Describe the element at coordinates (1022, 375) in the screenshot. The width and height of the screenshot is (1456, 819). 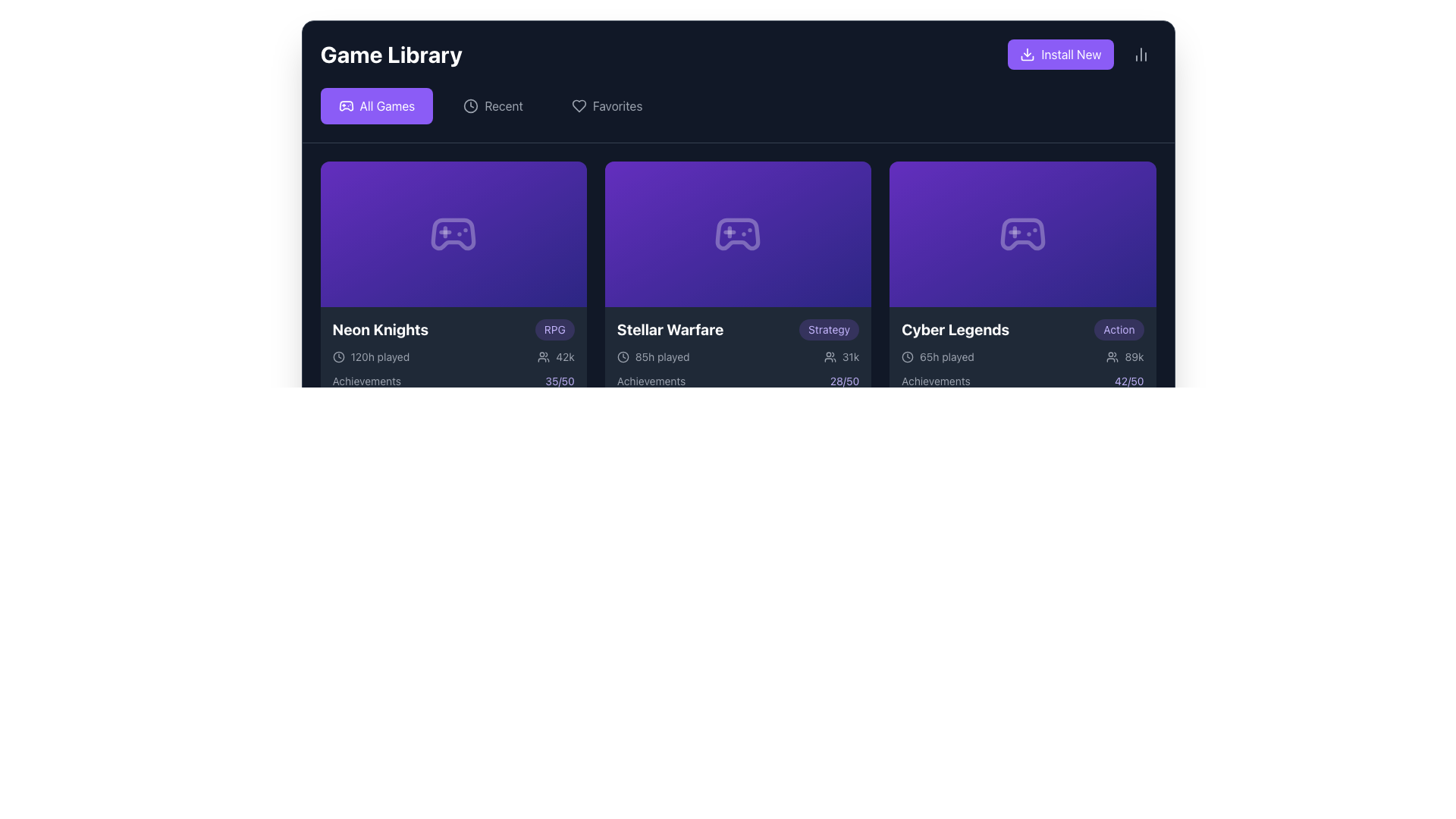
I see `the sub-elements of the Informational panel with progress bar and statistics for the game 'Cyber Legends'` at that location.